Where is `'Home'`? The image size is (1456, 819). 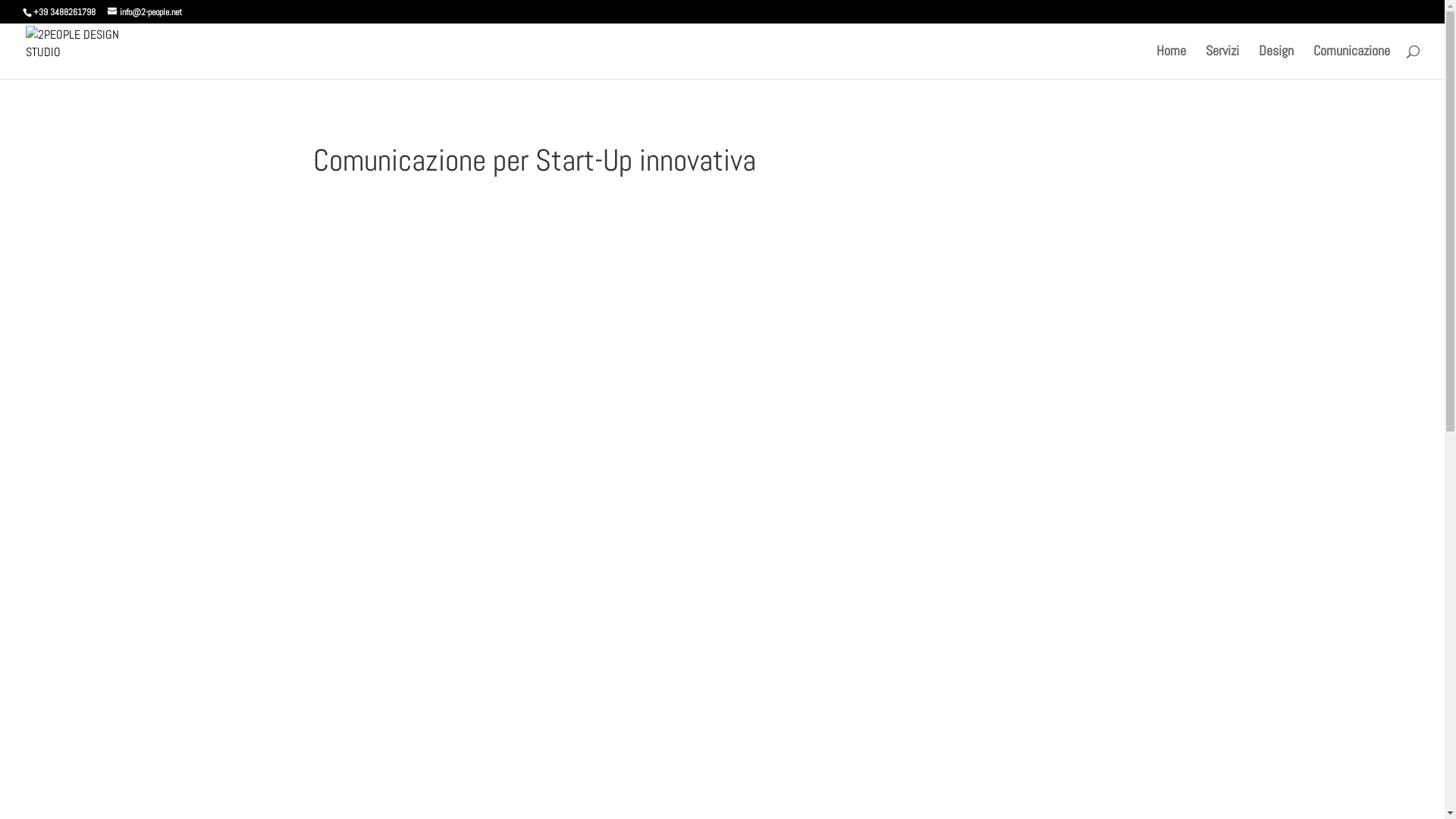
'Home' is located at coordinates (1170, 61).